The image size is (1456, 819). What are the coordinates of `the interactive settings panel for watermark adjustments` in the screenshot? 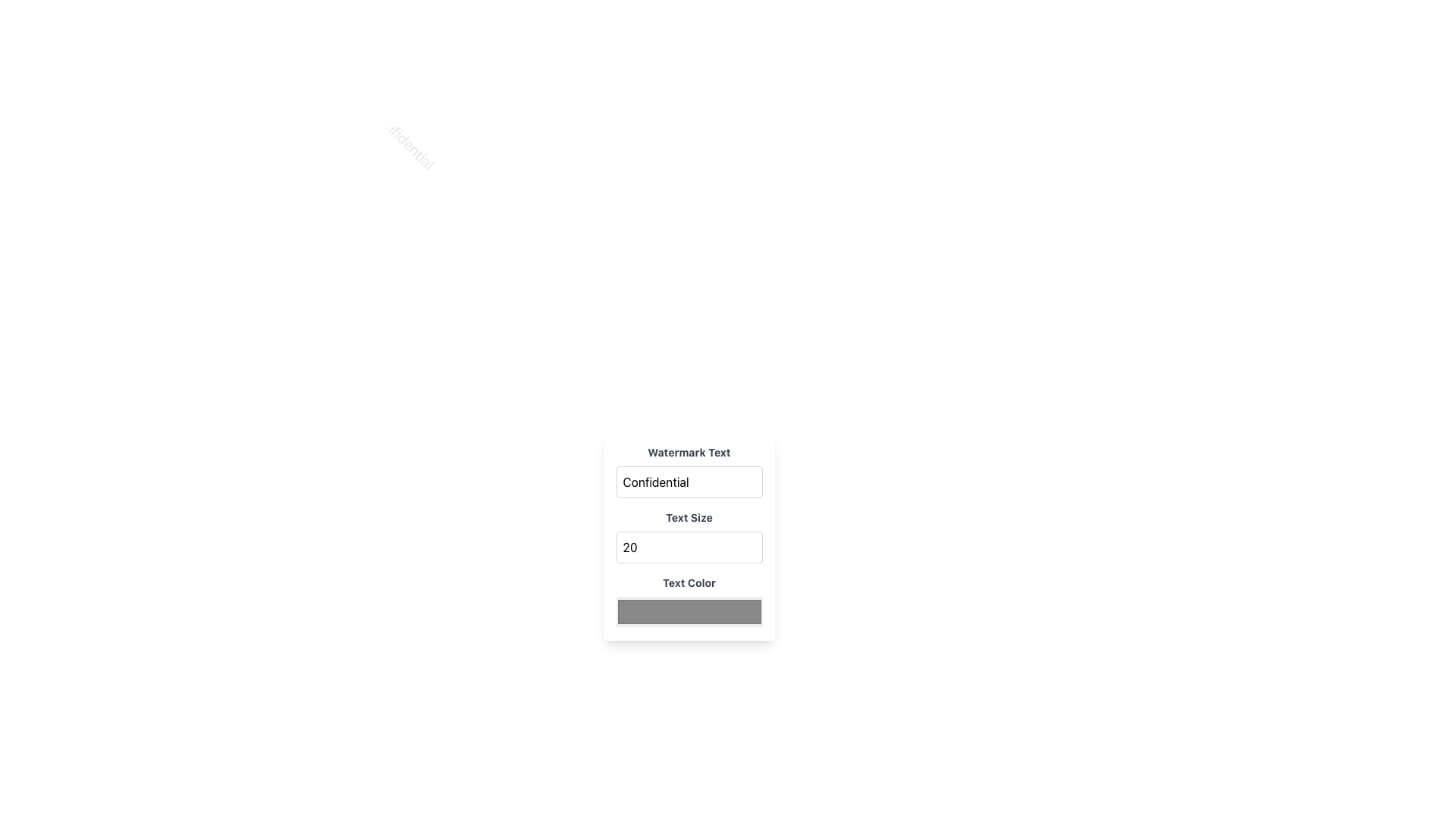 It's located at (688, 536).